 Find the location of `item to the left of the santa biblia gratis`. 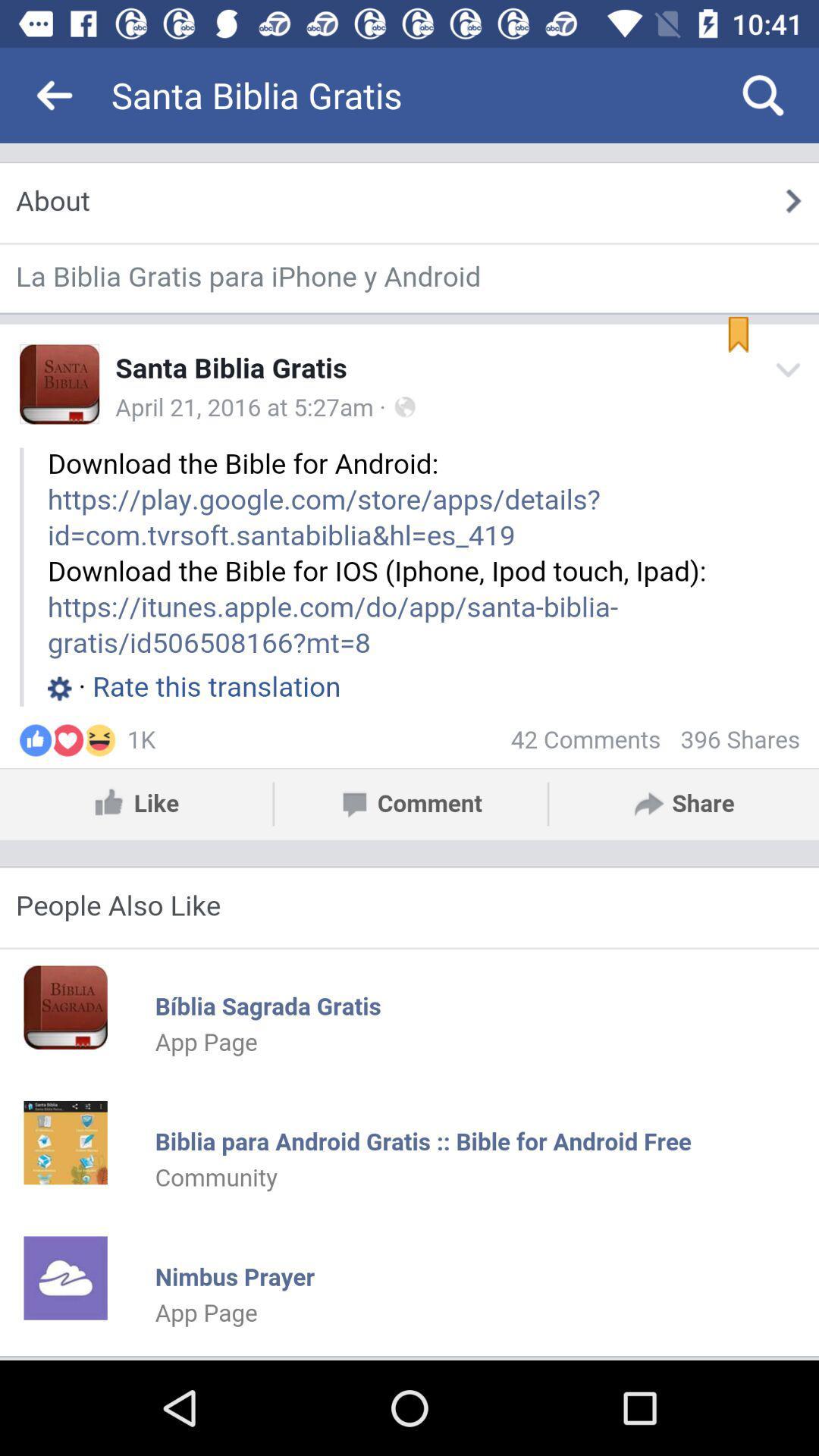

item to the left of the santa biblia gratis is located at coordinates (55, 94).